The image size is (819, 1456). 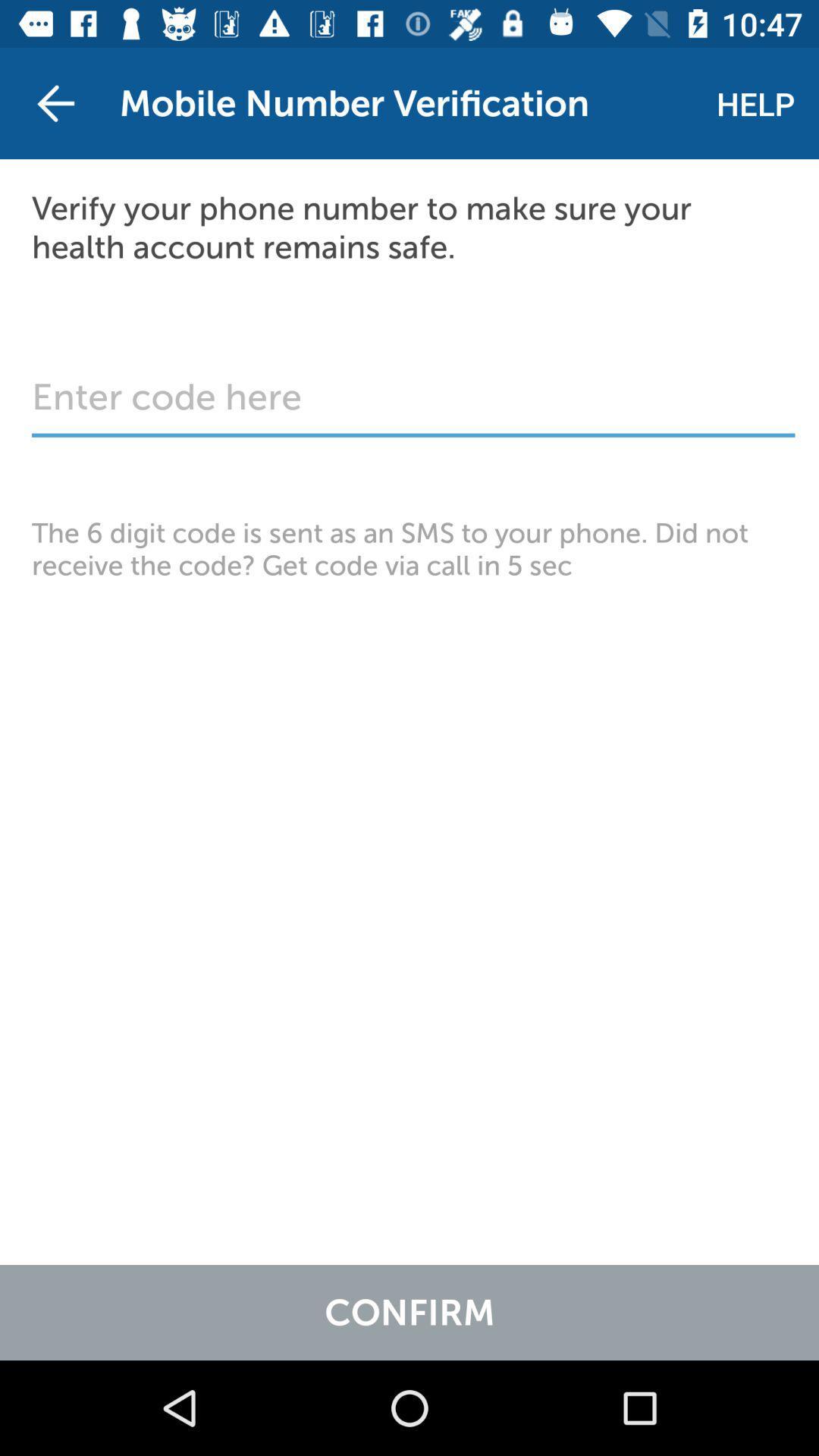 What do you see at coordinates (55, 102) in the screenshot?
I see `the item next to the mobile number verification icon` at bounding box center [55, 102].